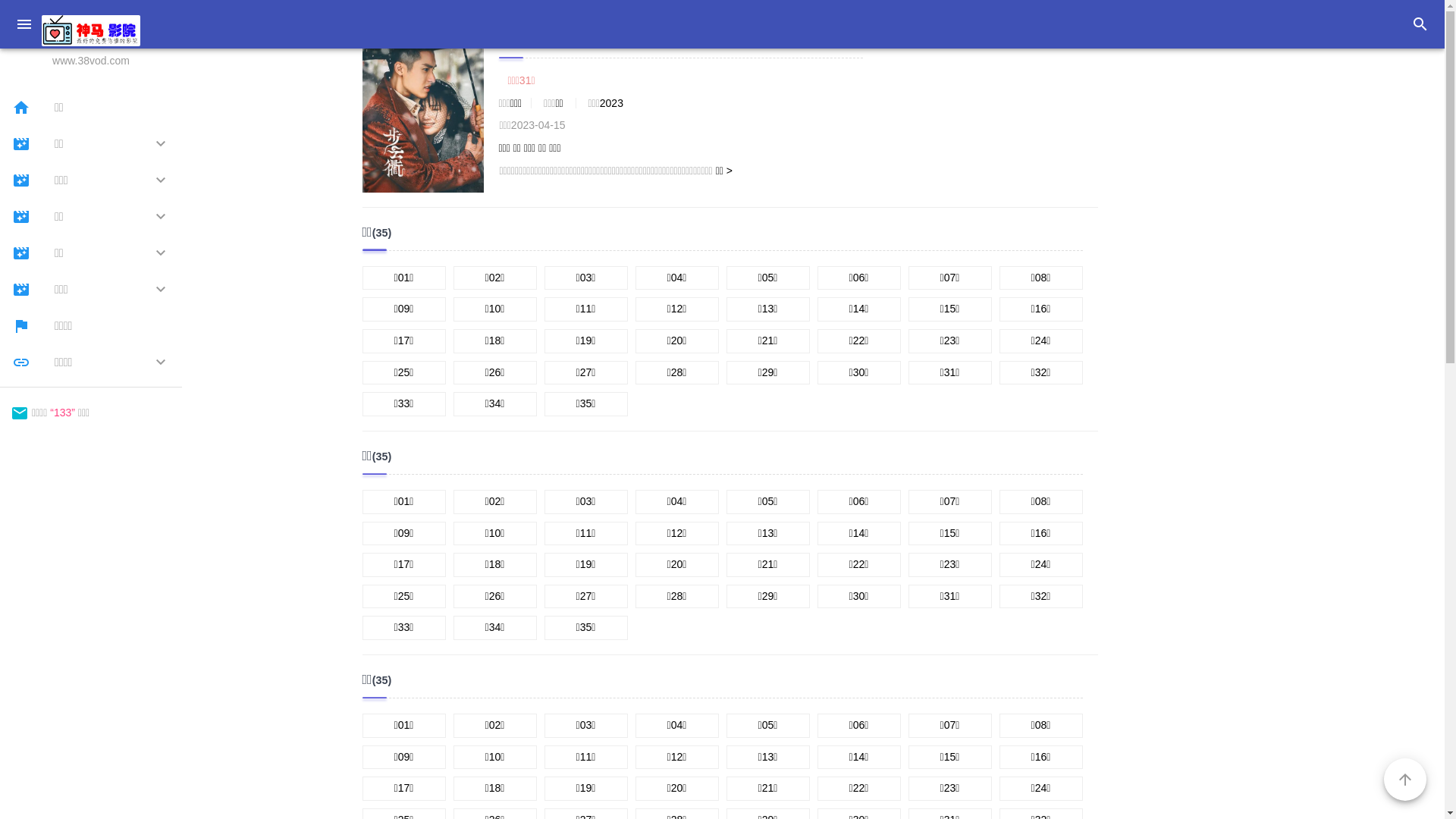 The height and width of the screenshot is (819, 1456). I want to click on '2023', so click(599, 102).